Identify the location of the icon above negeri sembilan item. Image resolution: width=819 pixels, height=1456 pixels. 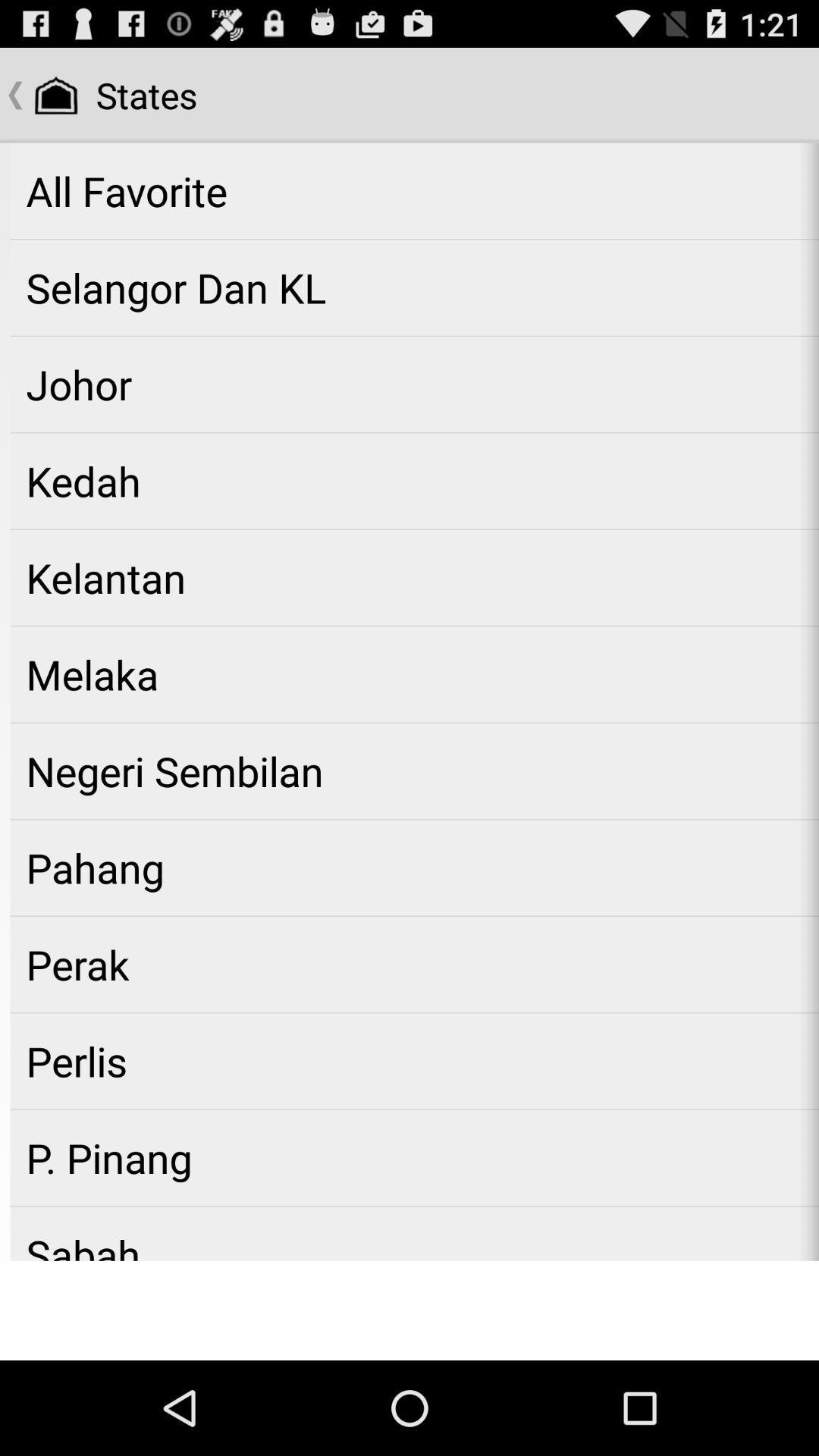
(414, 673).